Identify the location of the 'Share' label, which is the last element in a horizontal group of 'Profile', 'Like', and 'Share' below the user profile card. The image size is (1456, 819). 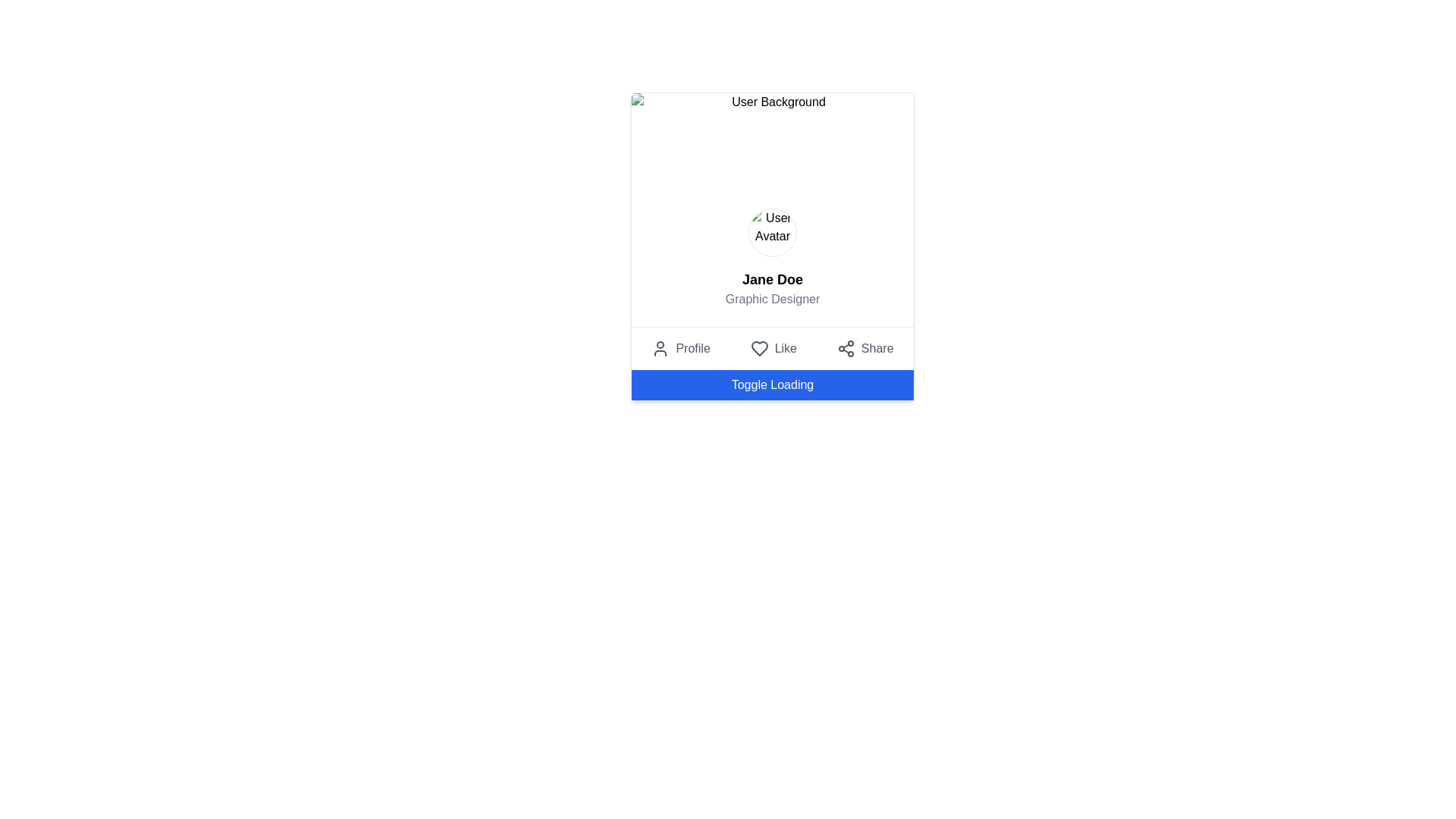
(877, 348).